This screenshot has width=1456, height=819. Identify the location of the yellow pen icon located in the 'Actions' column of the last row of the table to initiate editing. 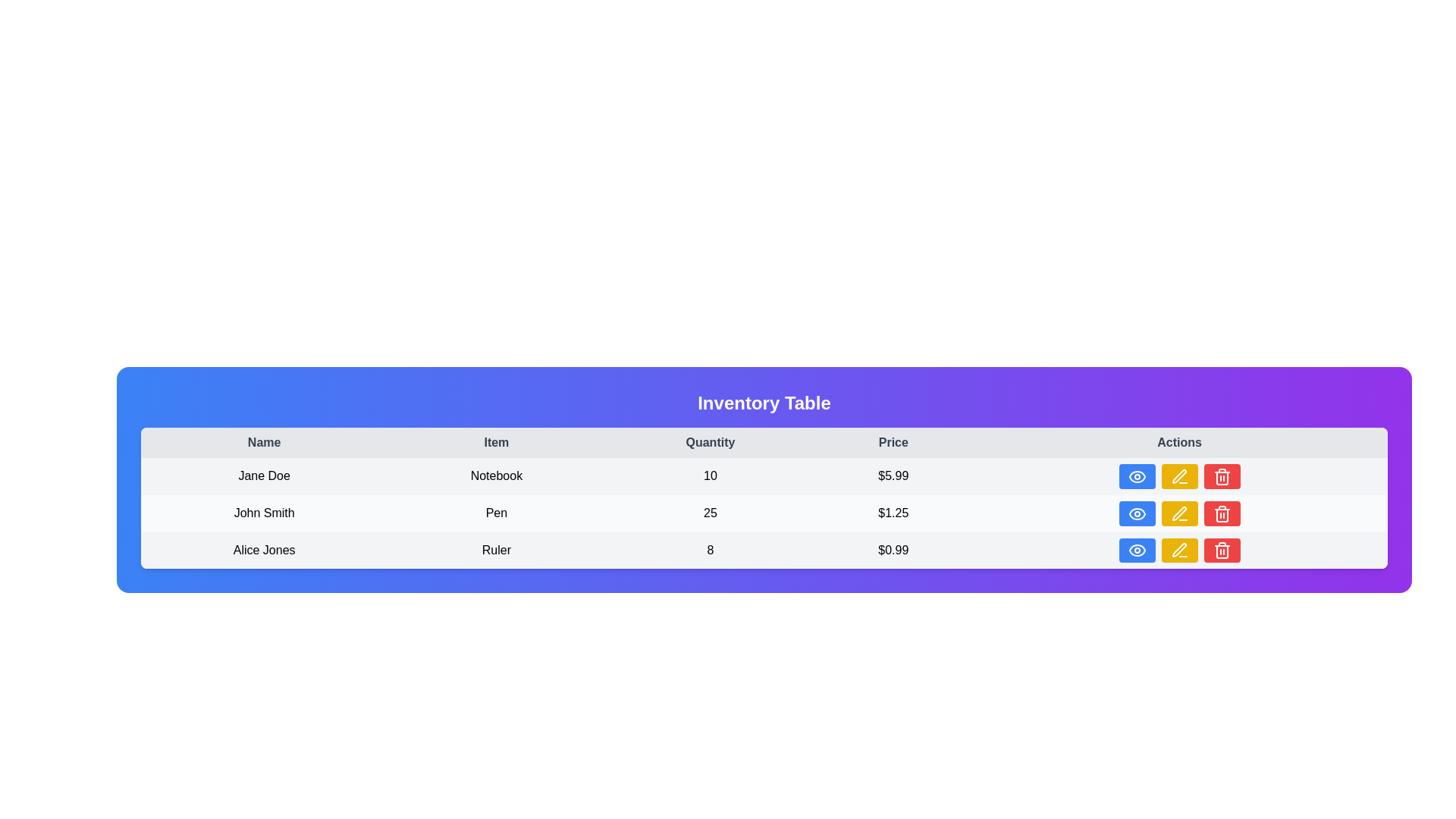
(1178, 551).